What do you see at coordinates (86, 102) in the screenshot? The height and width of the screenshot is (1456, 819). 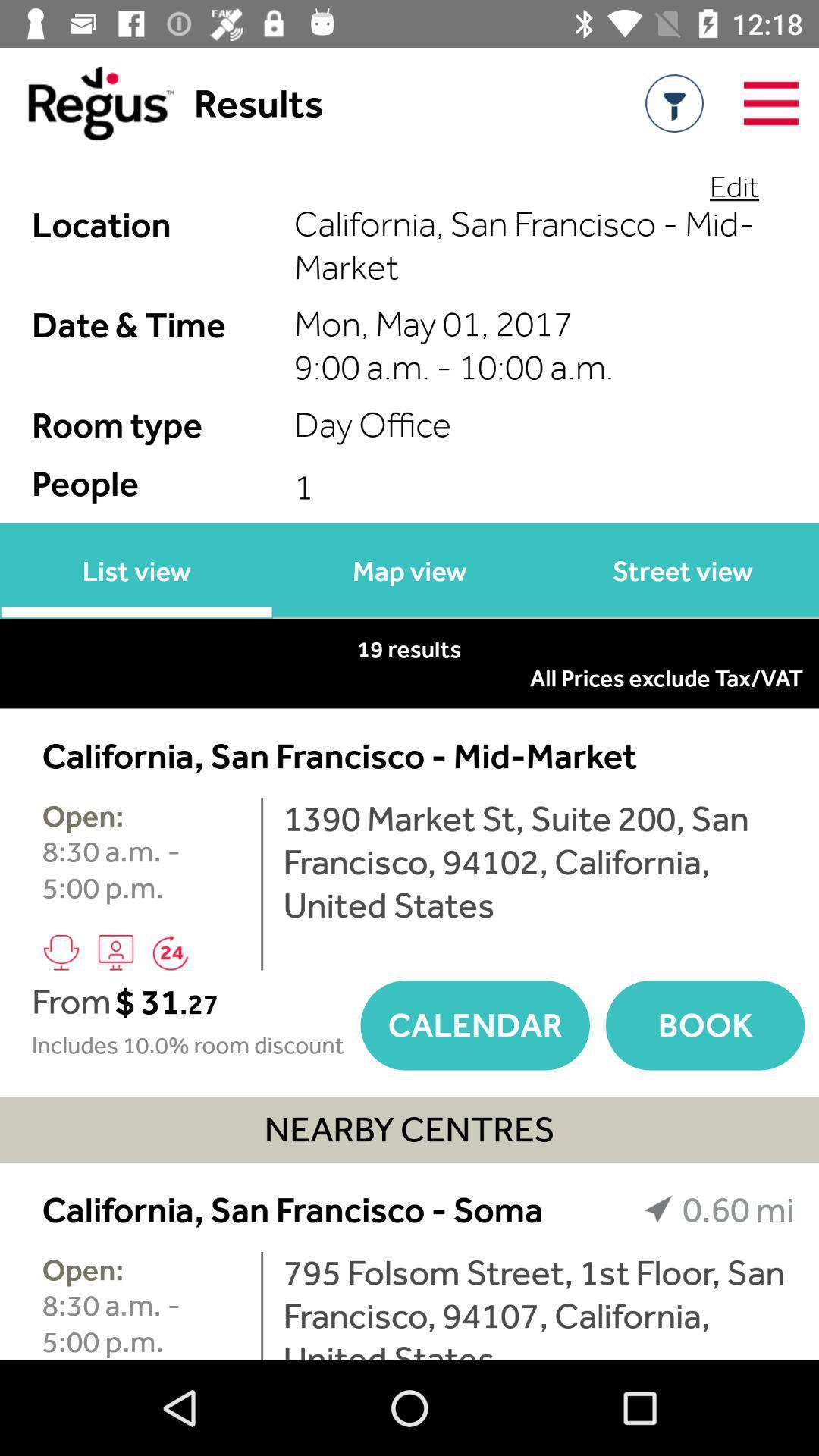 I see `the icon to the left of results` at bounding box center [86, 102].